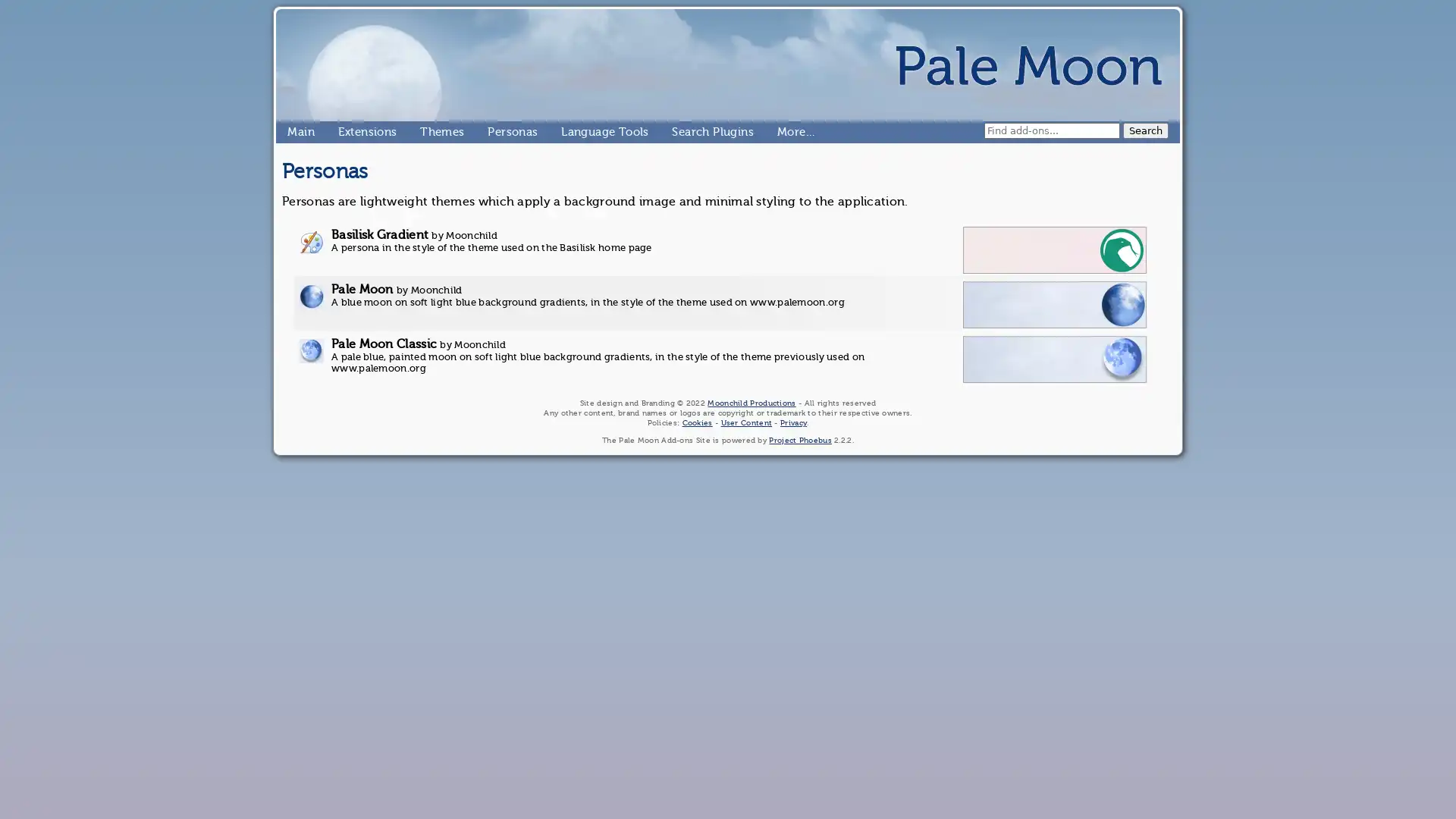  What do you see at coordinates (1146, 130) in the screenshot?
I see `Search` at bounding box center [1146, 130].